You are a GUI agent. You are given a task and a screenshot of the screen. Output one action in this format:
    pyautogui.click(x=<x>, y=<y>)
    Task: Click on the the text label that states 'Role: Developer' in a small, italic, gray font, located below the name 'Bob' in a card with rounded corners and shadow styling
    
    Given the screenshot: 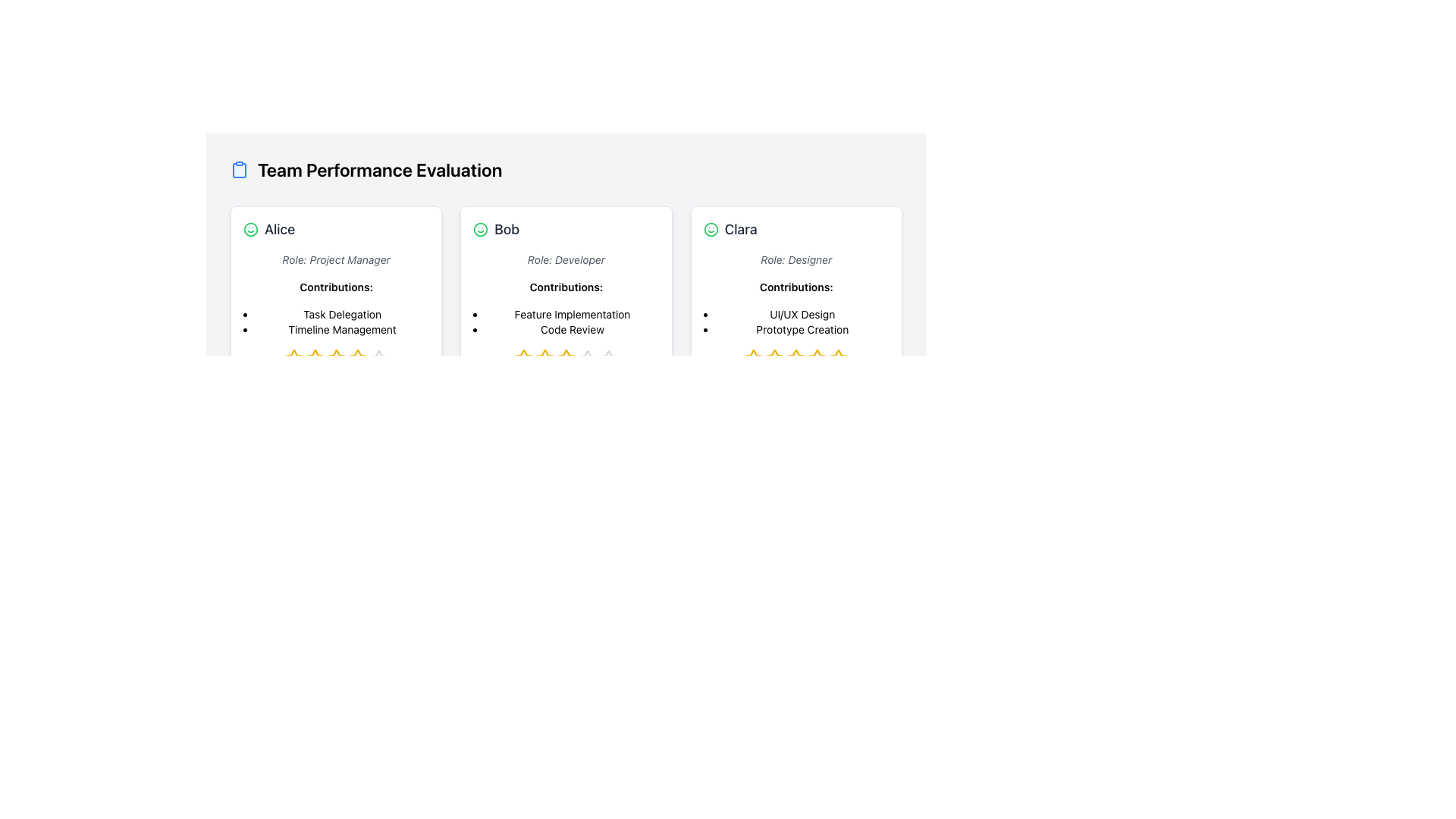 What is the action you would take?
    pyautogui.click(x=566, y=259)
    